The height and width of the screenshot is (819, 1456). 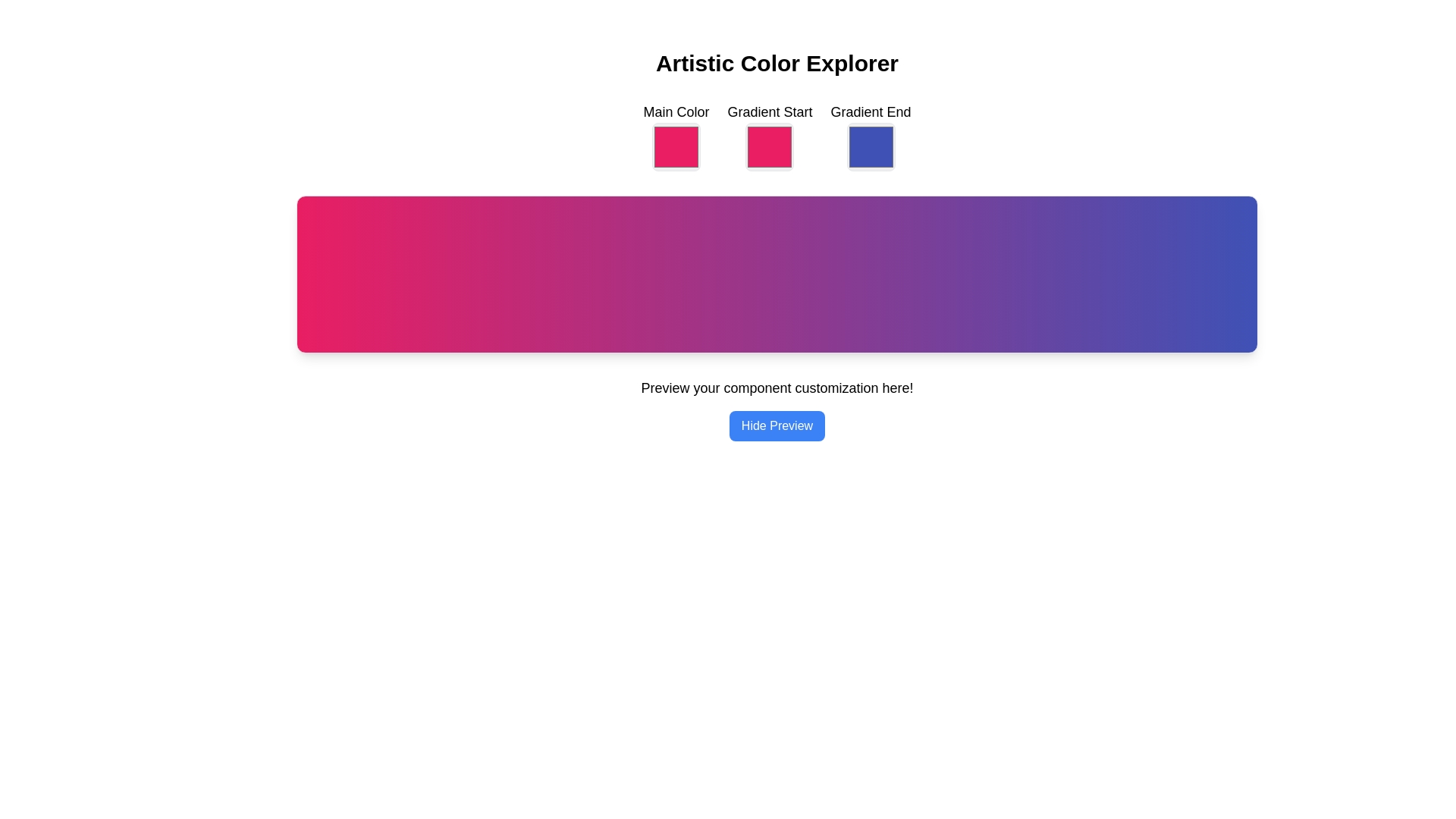 I want to click on the Color Picker for selecting the gradient's ending color located under 'Gradient End' in the Artistic Color Explorer section, so click(x=871, y=146).